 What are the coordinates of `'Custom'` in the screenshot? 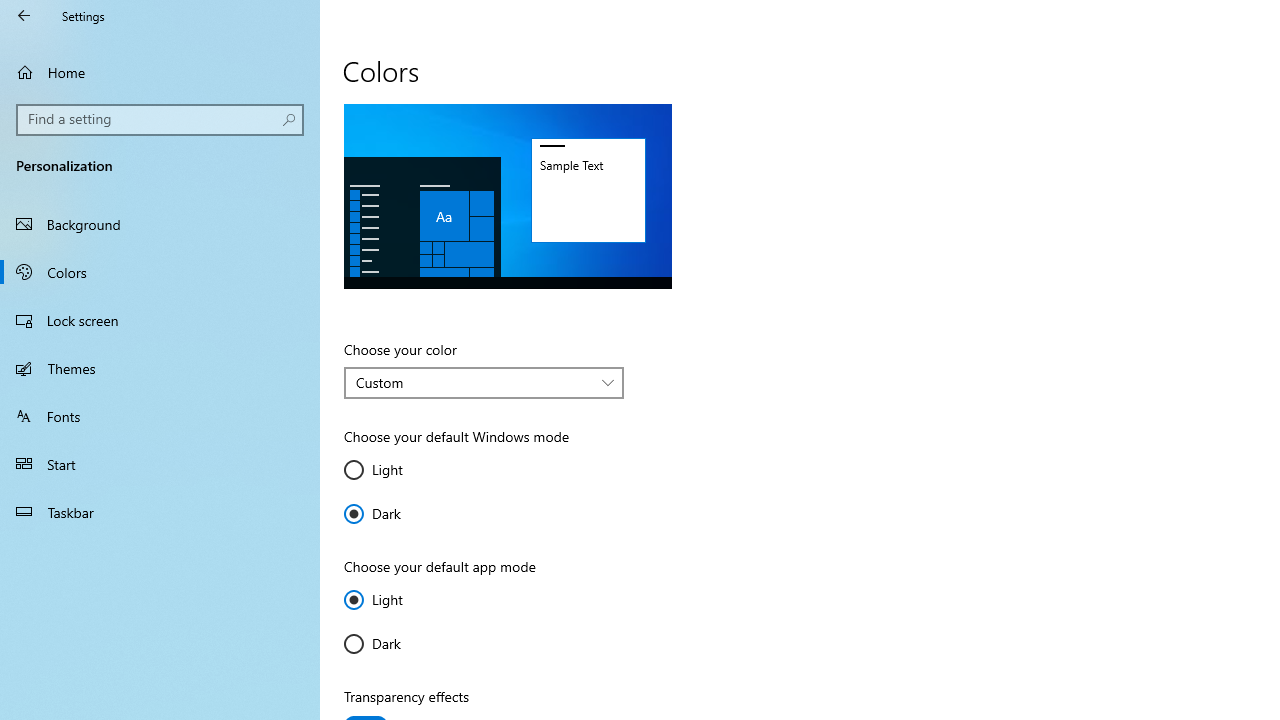 It's located at (472, 382).